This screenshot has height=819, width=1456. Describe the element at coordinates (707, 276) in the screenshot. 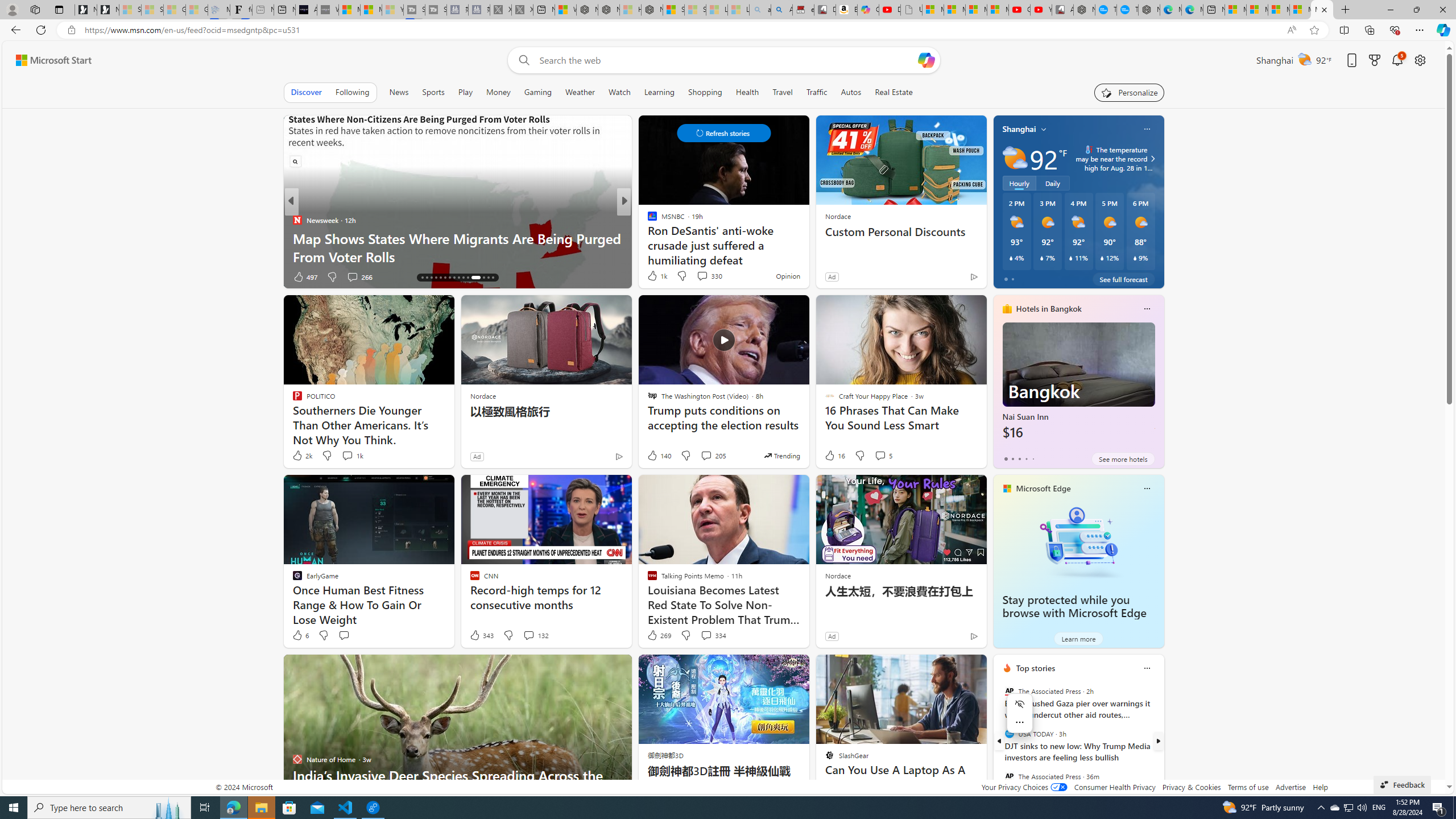

I see `'View comments 96 Comment'` at that location.